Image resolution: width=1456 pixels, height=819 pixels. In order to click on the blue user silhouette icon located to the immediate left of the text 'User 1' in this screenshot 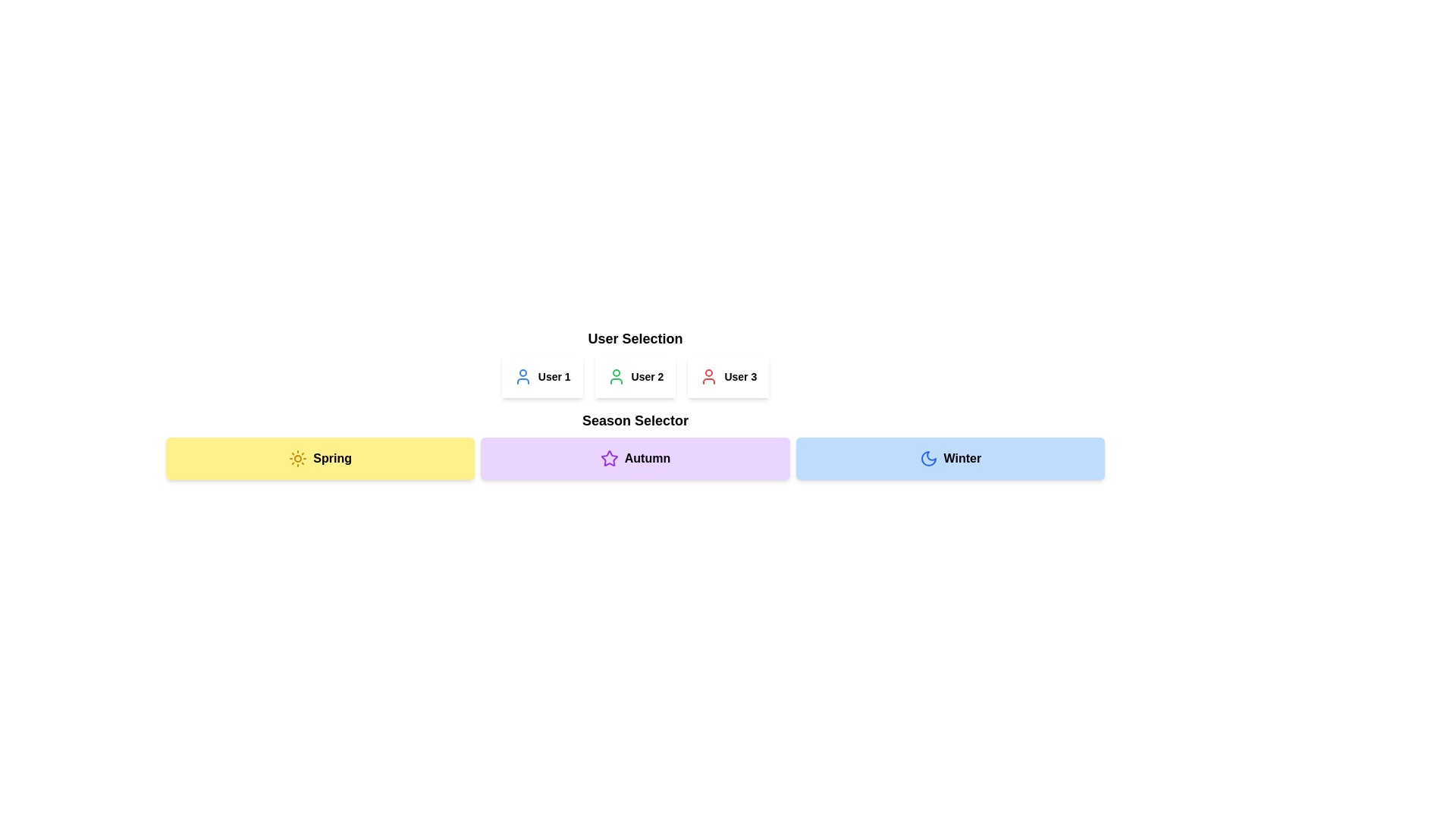, I will do `click(522, 376)`.